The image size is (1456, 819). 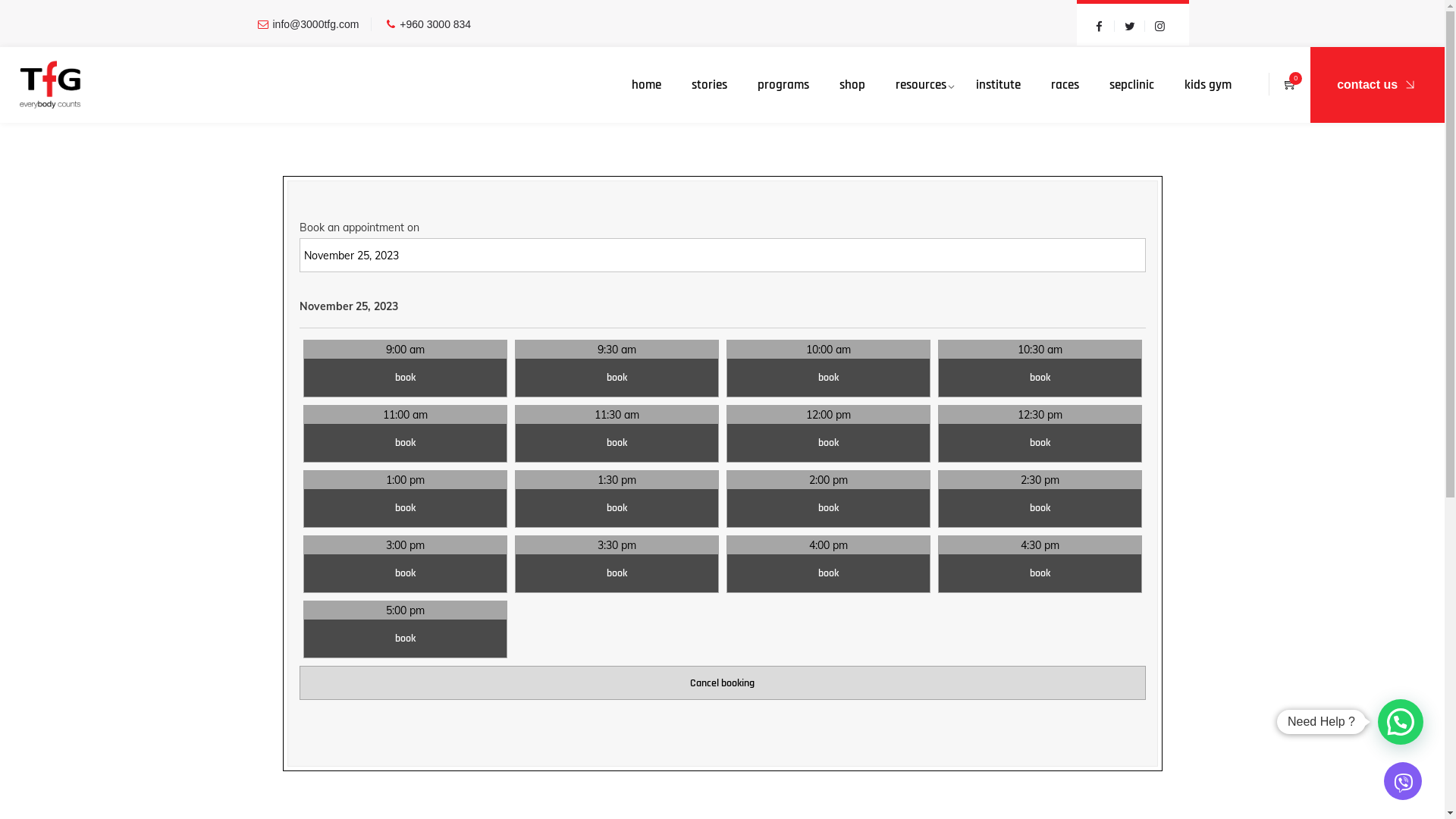 I want to click on 'stories', so click(x=708, y=84).